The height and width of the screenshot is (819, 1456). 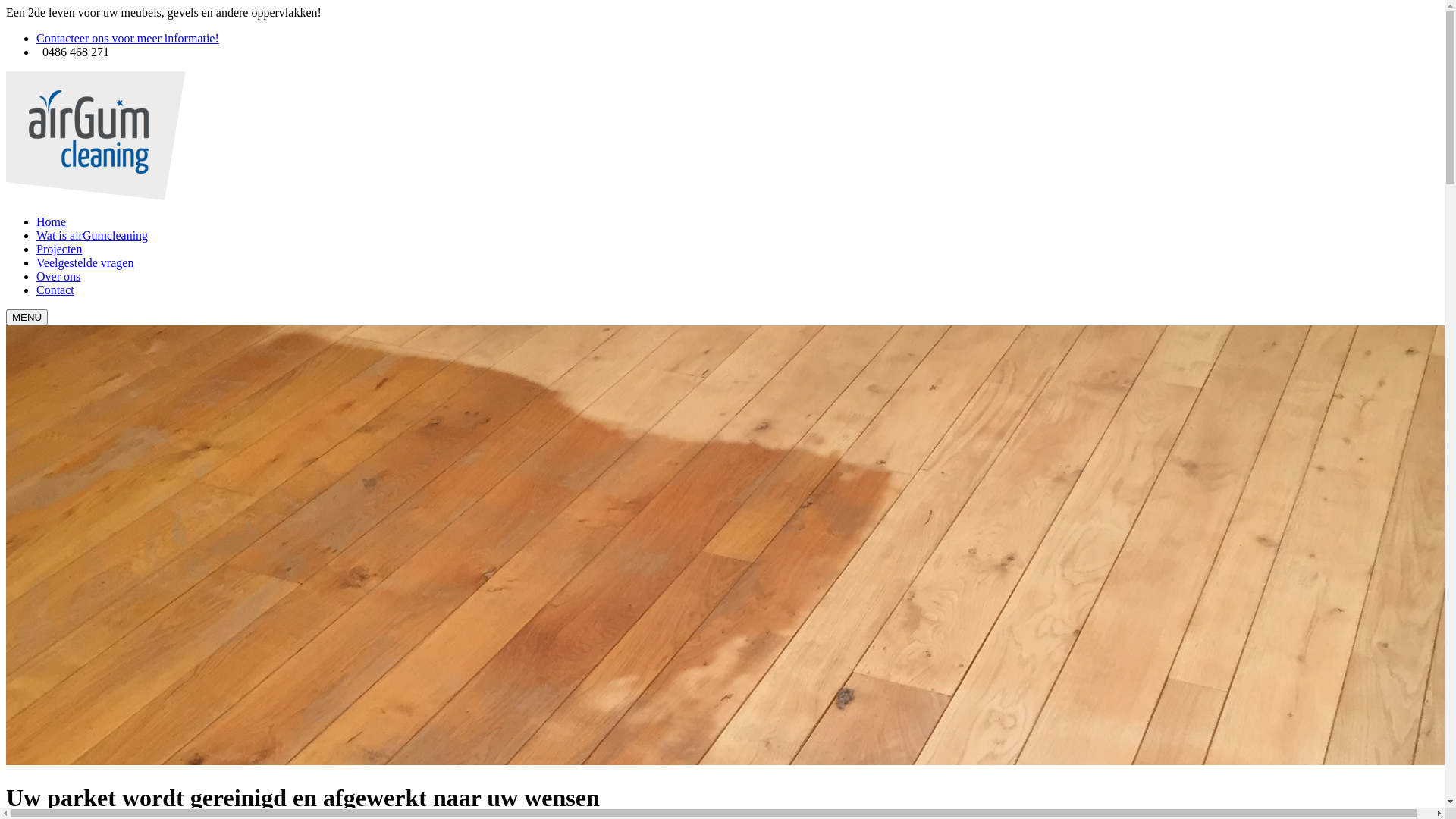 I want to click on 'Veelgestelde vragen', so click(x=83, y=262).